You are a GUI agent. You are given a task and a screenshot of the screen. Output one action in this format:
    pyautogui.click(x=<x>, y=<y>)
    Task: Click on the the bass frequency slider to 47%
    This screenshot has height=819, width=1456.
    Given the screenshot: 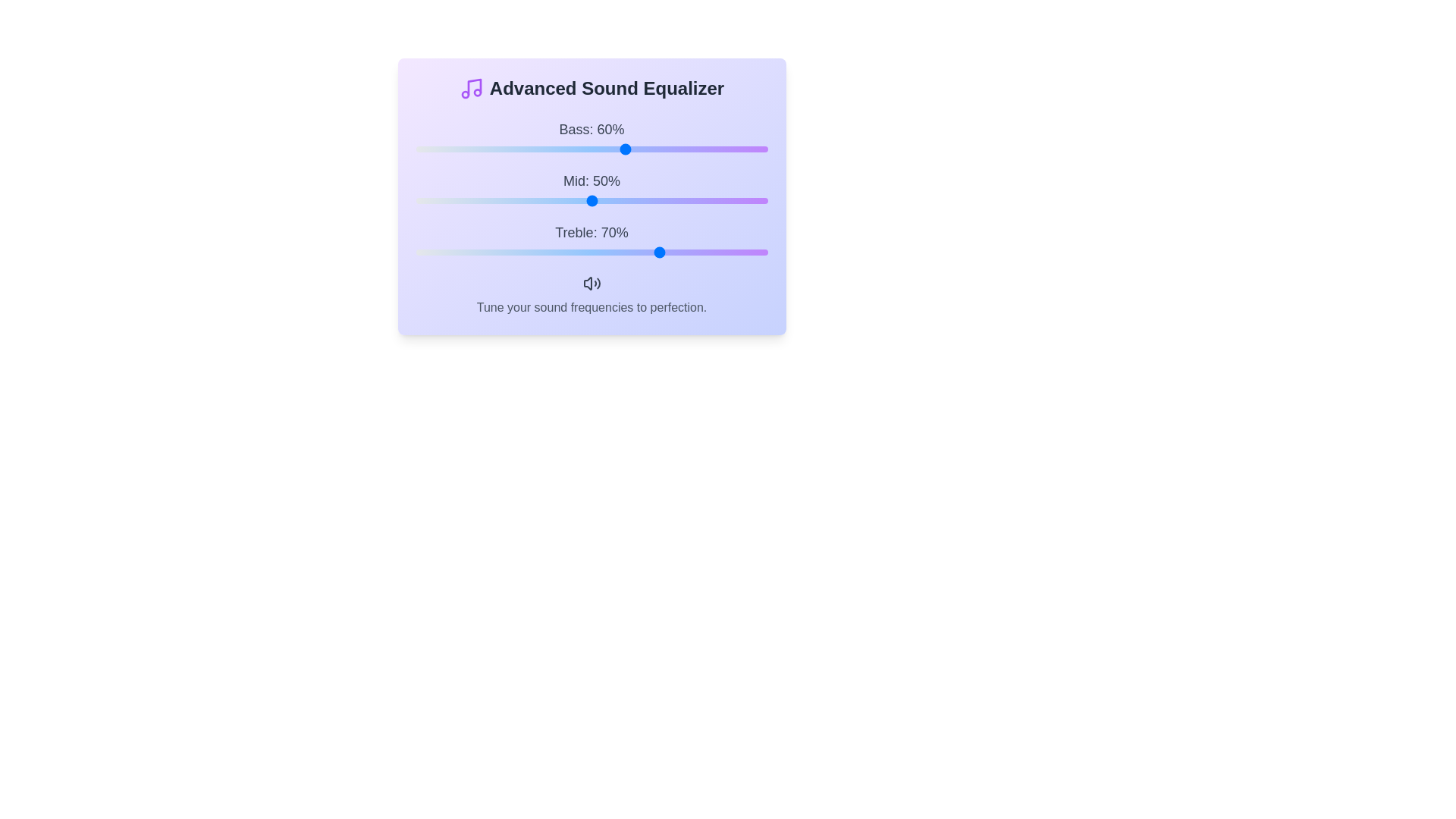 What is the action you would take?
    pyautogui.click(x=580, y=149)
    